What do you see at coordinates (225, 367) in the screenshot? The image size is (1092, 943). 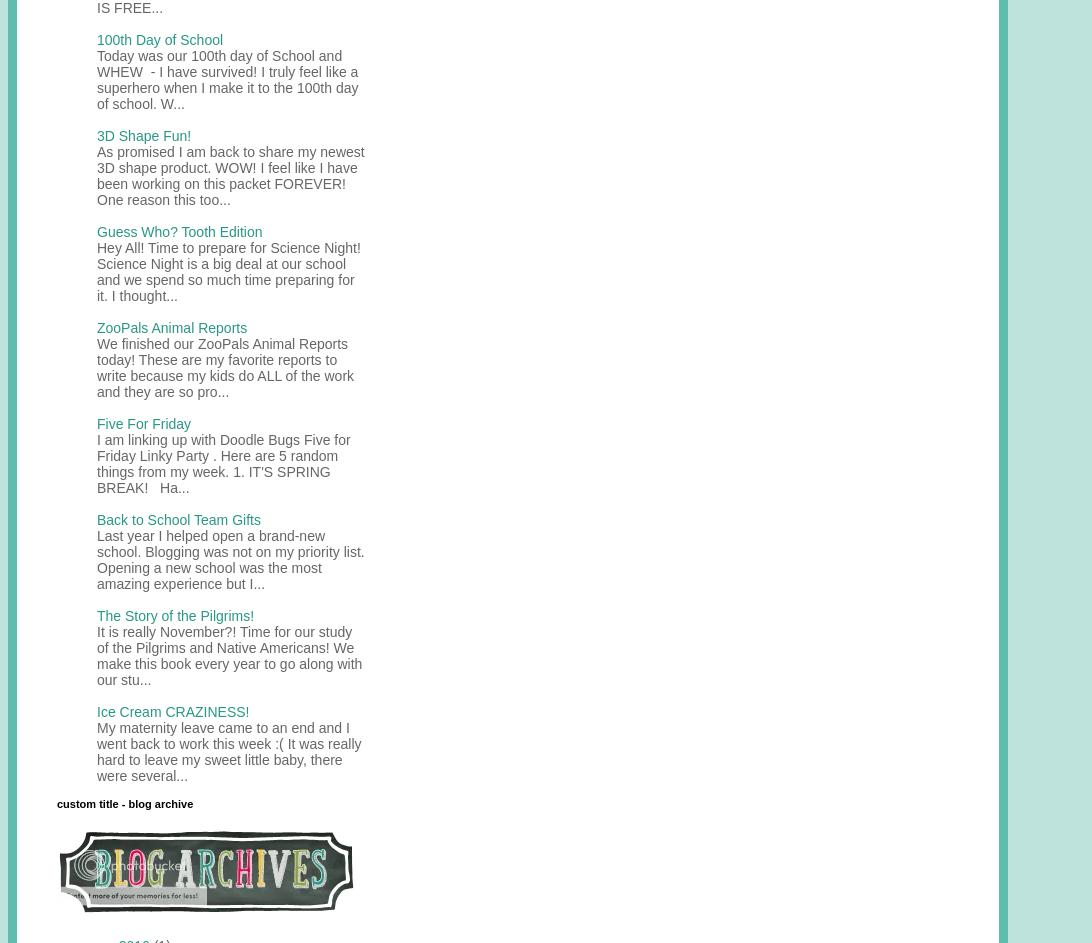 I see `'We finished our ZooPals Animal Reports today! These are my favorite reports to write because my kids do ALL of the work and they are so pro...'` at bounding box center [225, 367].